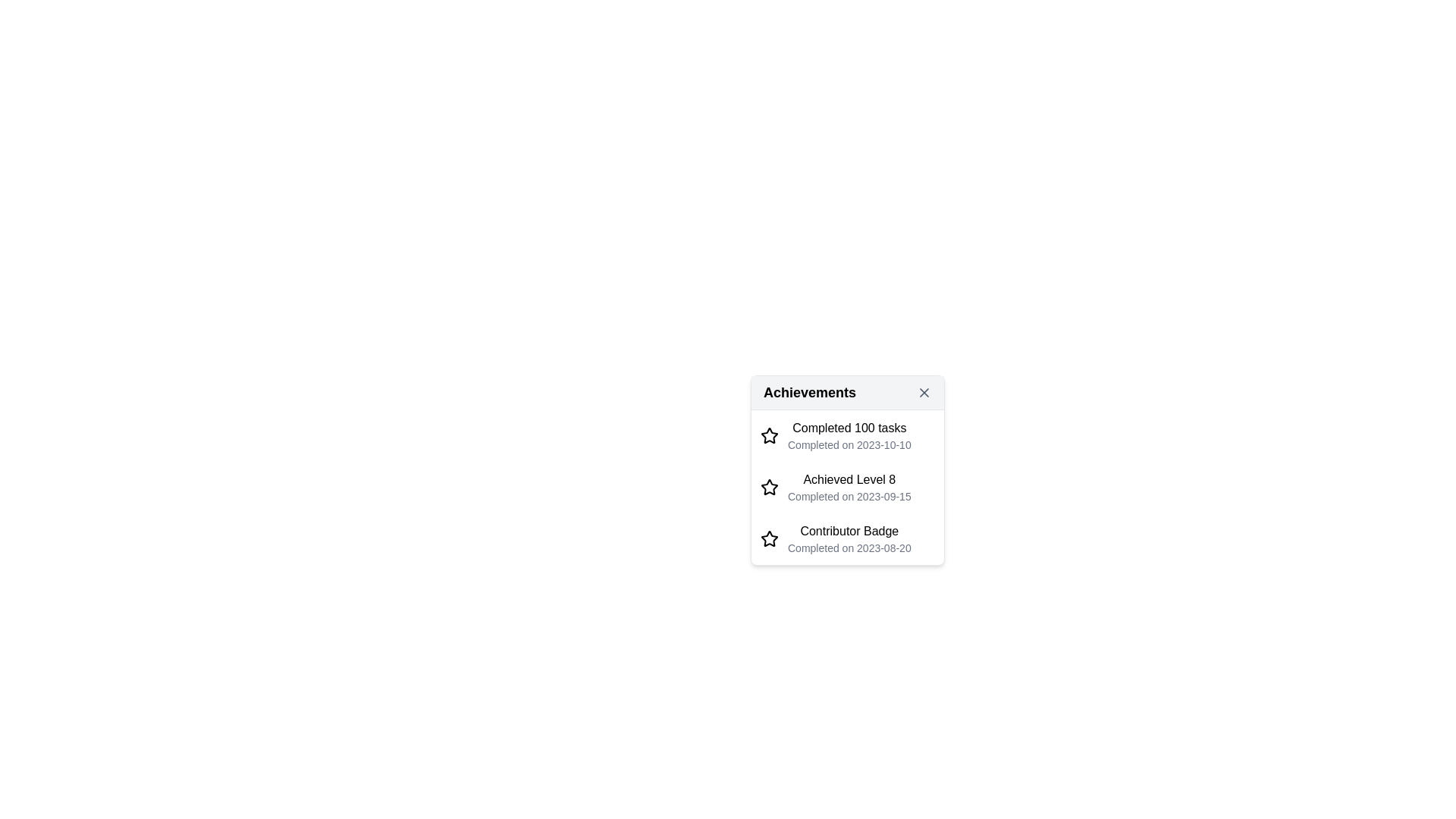 This screenshot has height=819, width=1456. I want to click on the text label displaying the date 'Completed on 2023-09-15', located directly below 'Achieved Level 8' within the 'Achievements' modal panel, so click(849, 496).